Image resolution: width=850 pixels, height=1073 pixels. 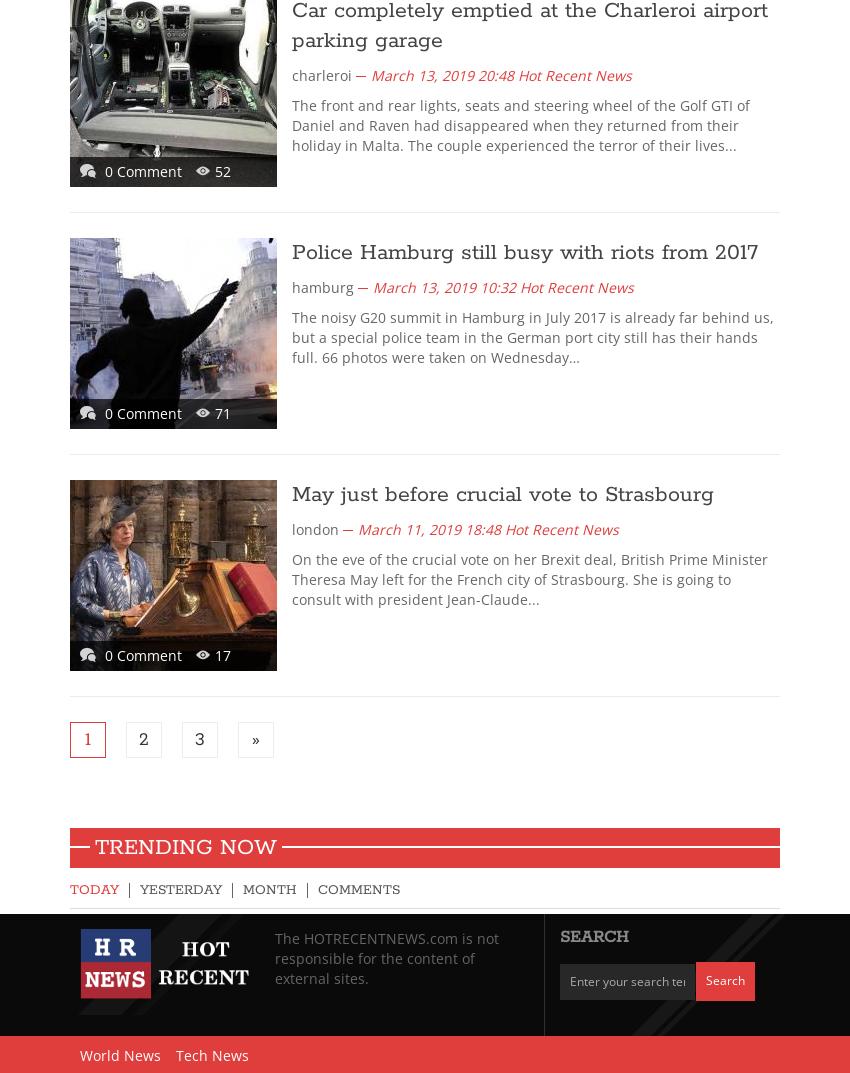 I want to click on '17', so click(x=223, y=654).